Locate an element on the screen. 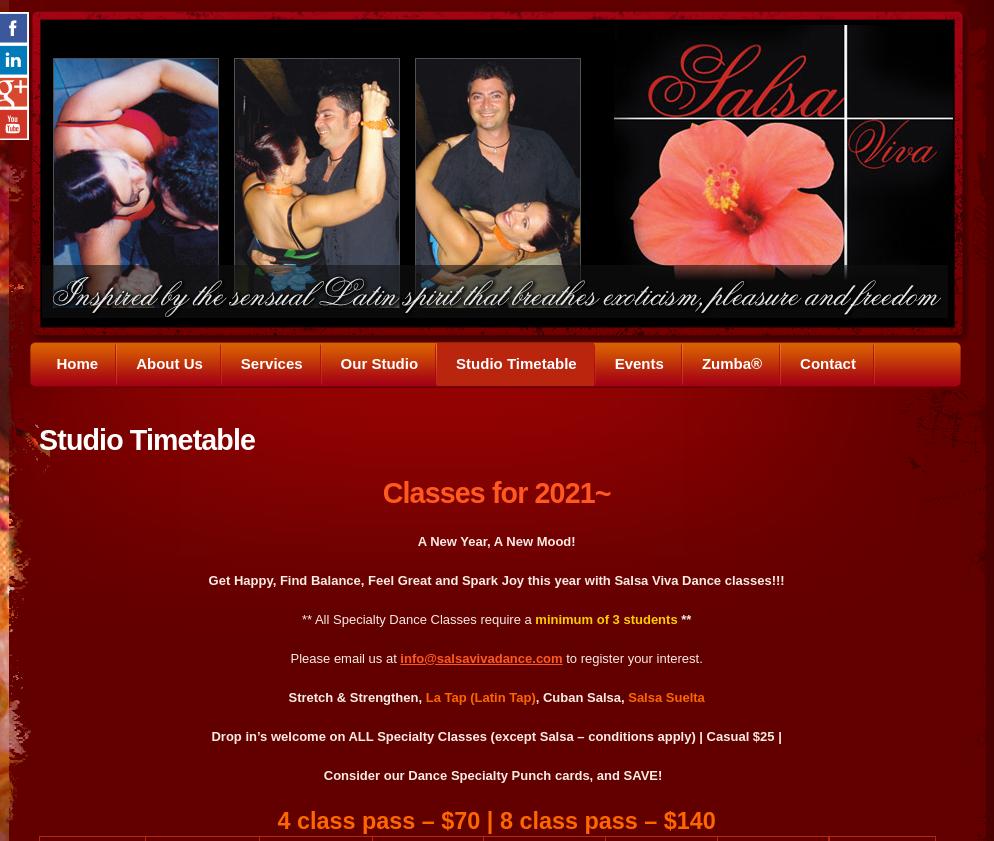 The image size is (994, 841). 'Drop in’s welcome on ALL Specialty Classes (except Salsa – conditions apply) | Casual $25 |' is located at coordinates (495, 735).